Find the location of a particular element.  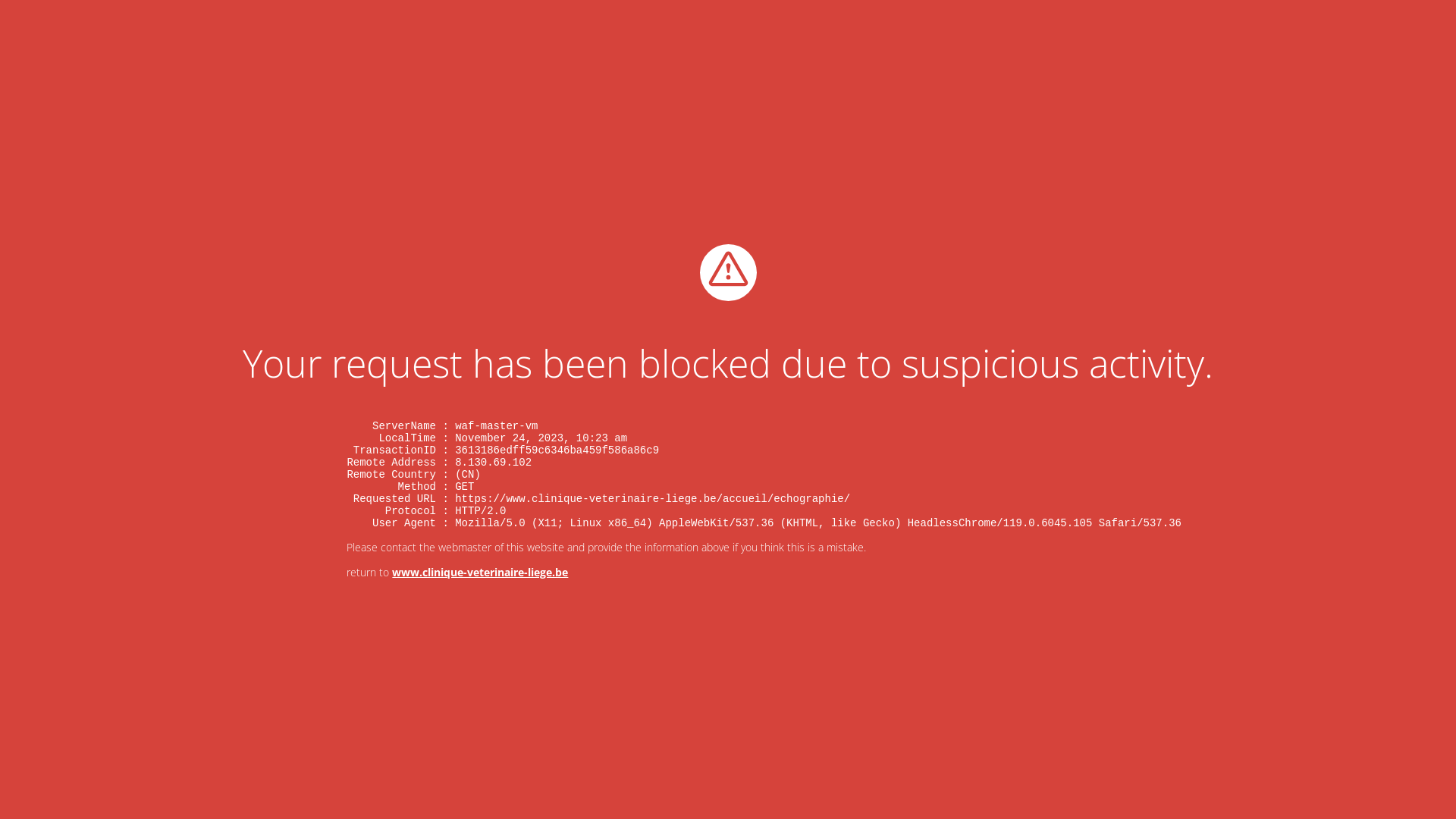

'www.clinique-veterinaire-liege.be' is located at coordinates (479, 572).